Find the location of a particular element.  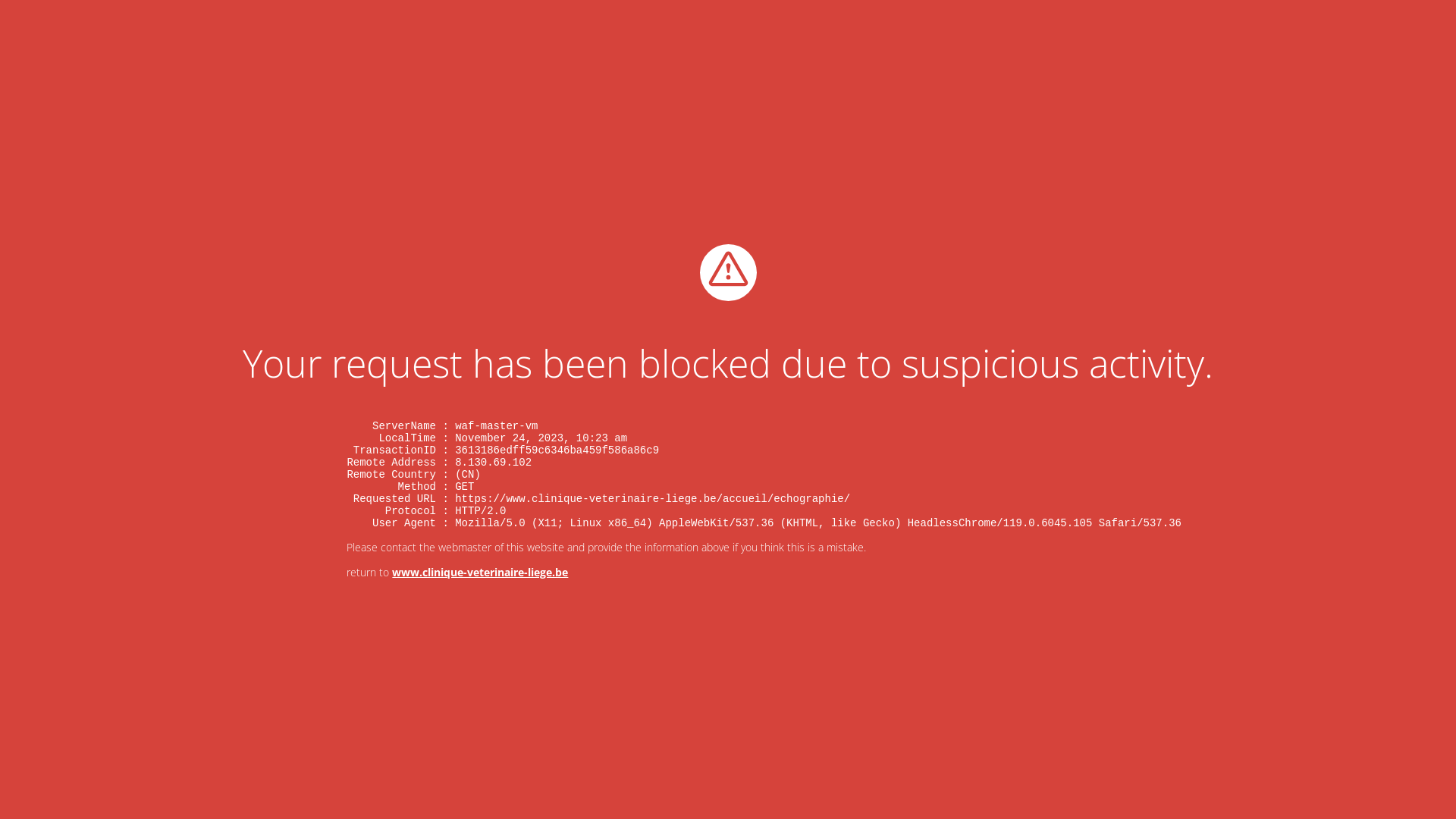

'www.clinique-veterinaire-liege.be' is located at coordinates (479, 572).